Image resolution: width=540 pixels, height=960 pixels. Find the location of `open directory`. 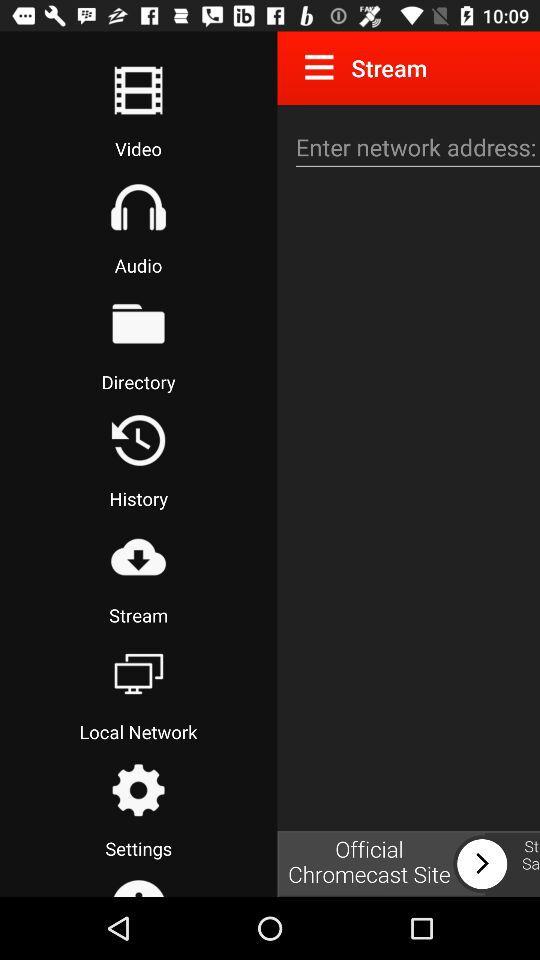

open directory is located at coordinates (137, 323).